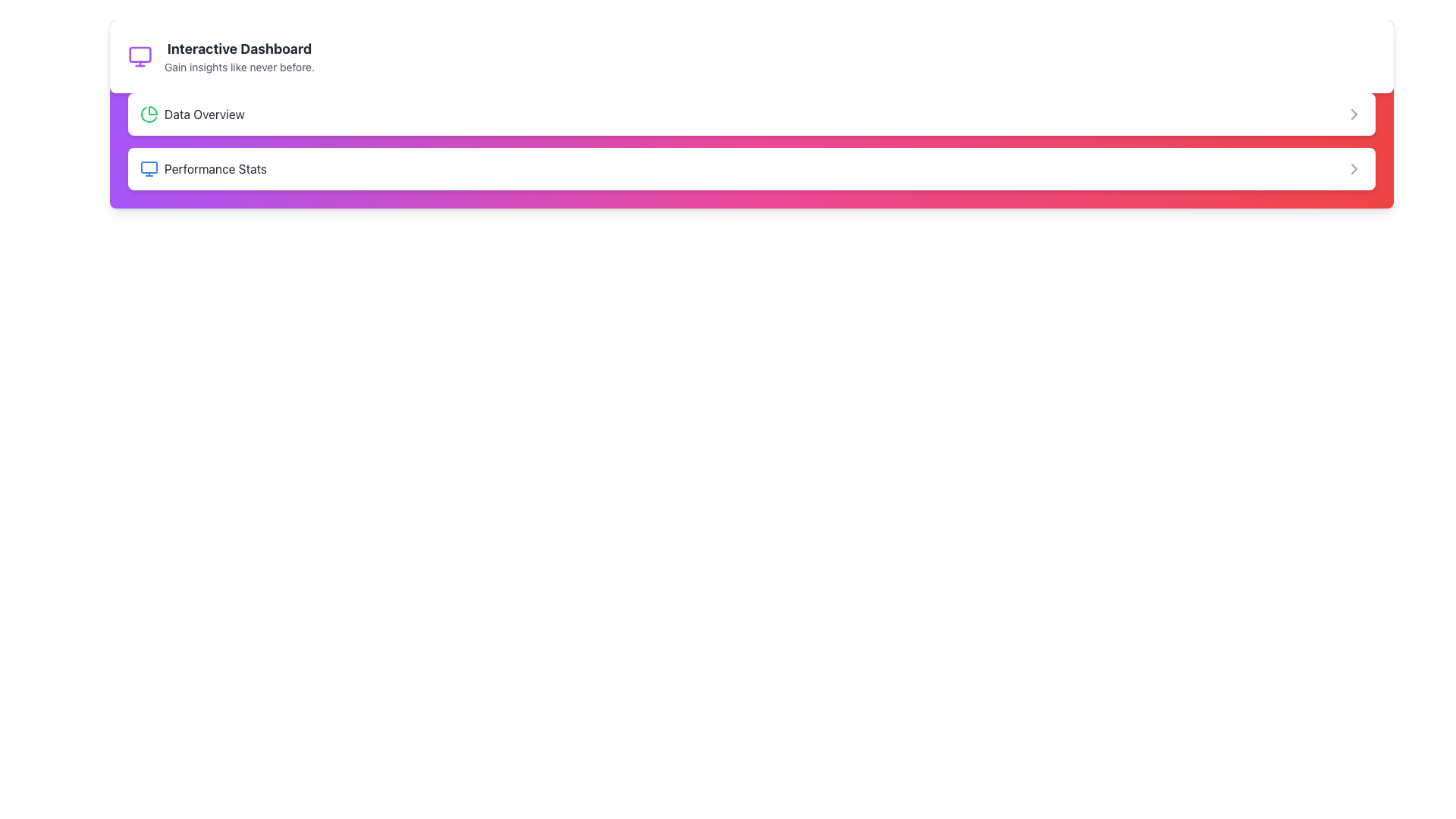 Image resolution: width=1456 pixels, height=819 pixels. I want to click on the 'Data Overview' icon, which is located to the left of the 'Data Overview' text, serving as a button or link for data-related functionalities, so click(149, 113).